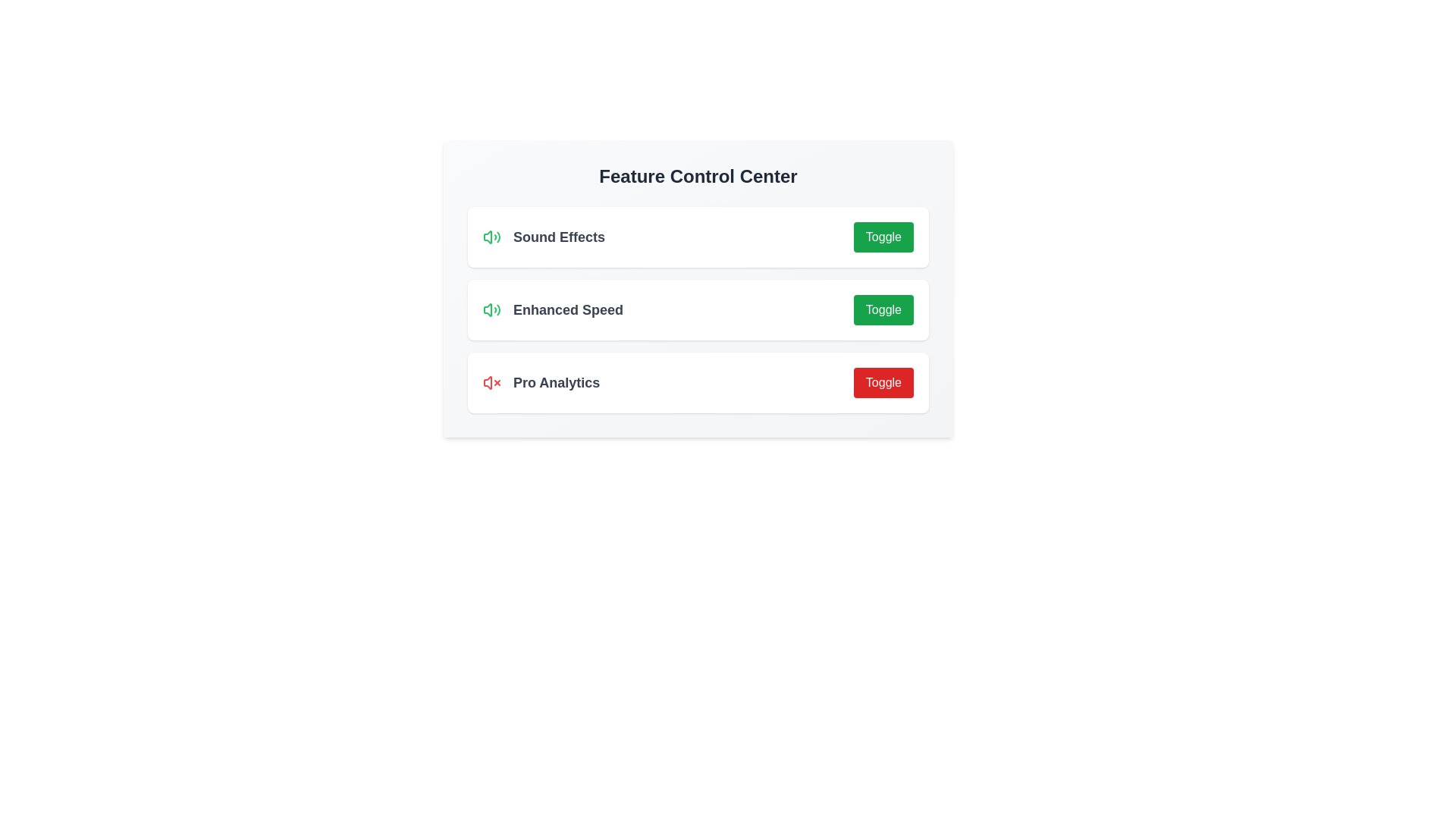  Describe the element at coordinates (883, 309) in the screenshot. I see `the toggle button for Enhanced Speed to change its state` at that location.